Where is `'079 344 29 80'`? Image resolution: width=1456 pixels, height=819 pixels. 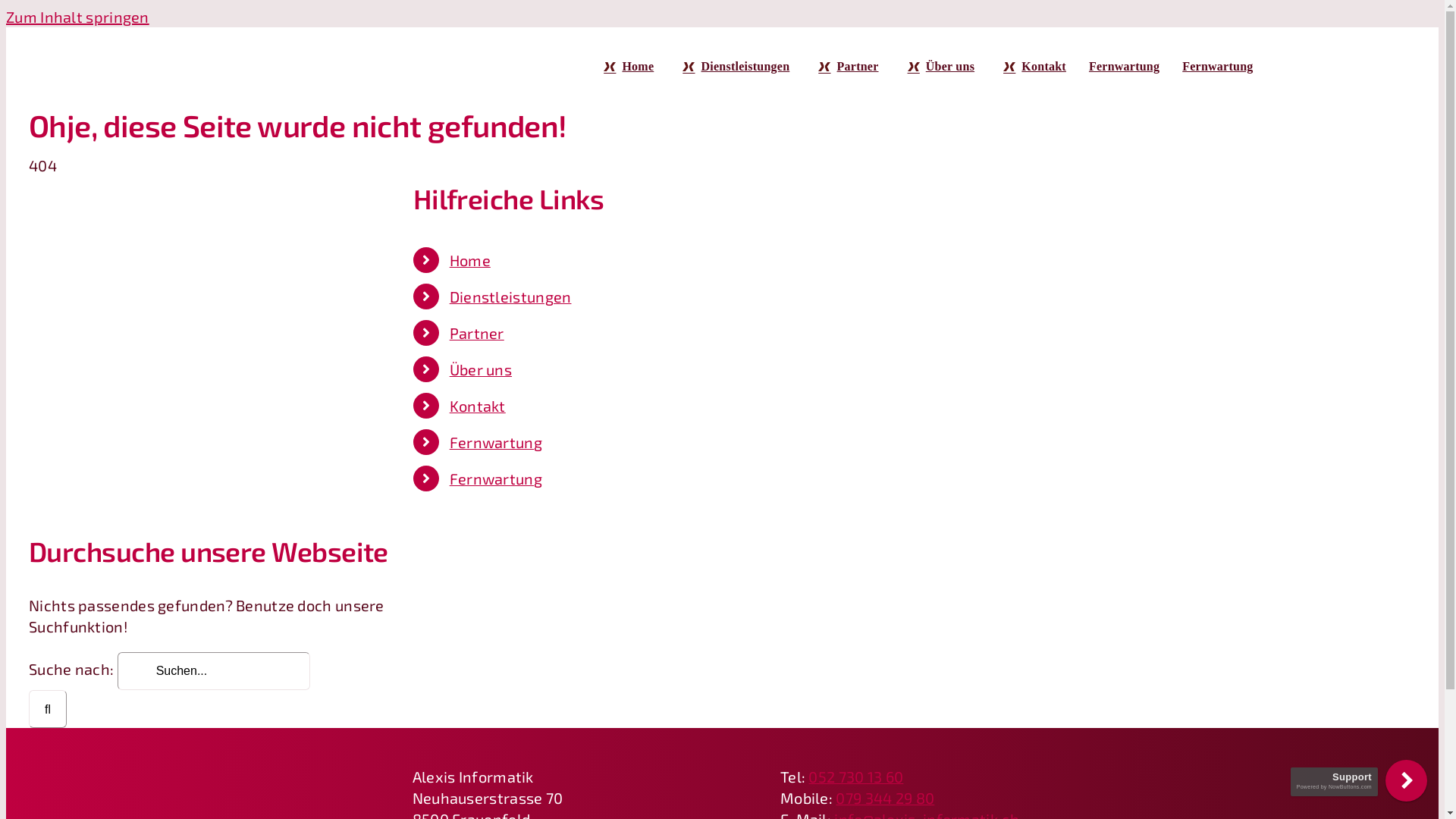
'079 344 29 80' is located at coordinates (884, 797).